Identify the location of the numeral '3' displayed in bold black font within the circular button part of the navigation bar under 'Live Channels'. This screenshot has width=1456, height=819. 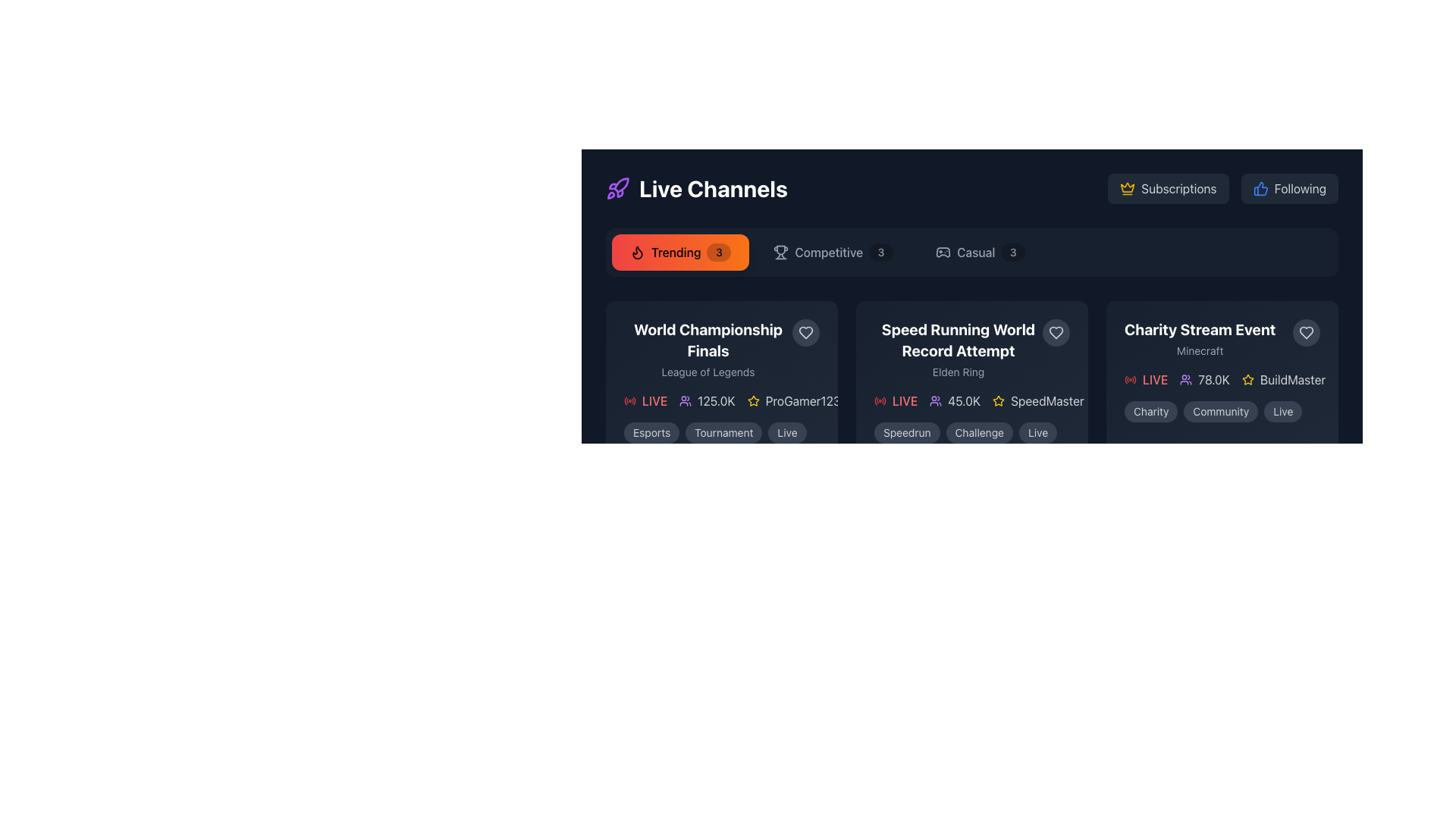
(718, 251).